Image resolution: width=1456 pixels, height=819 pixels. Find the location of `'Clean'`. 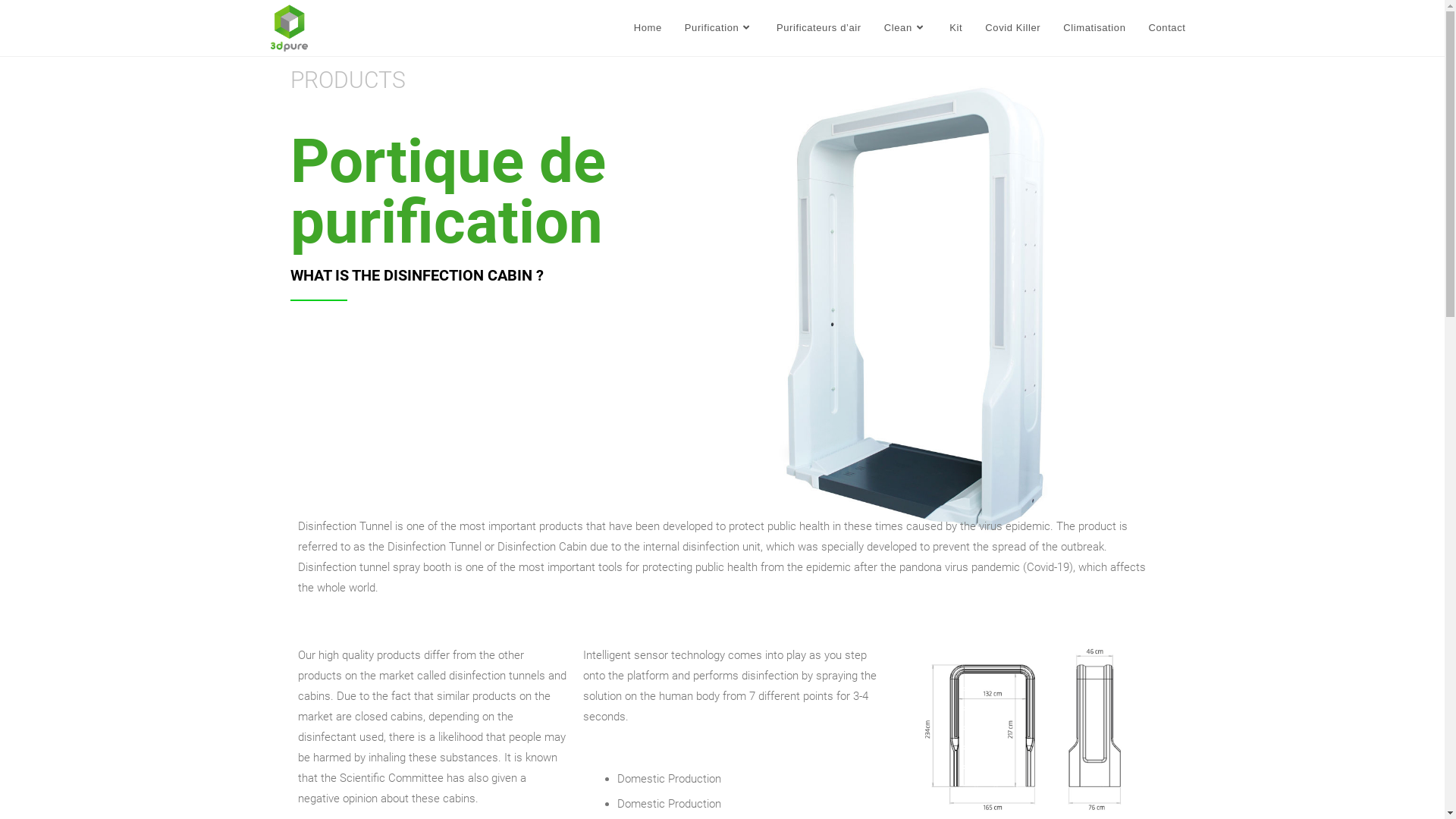

'Clean' is located at coordinates (873, 28).